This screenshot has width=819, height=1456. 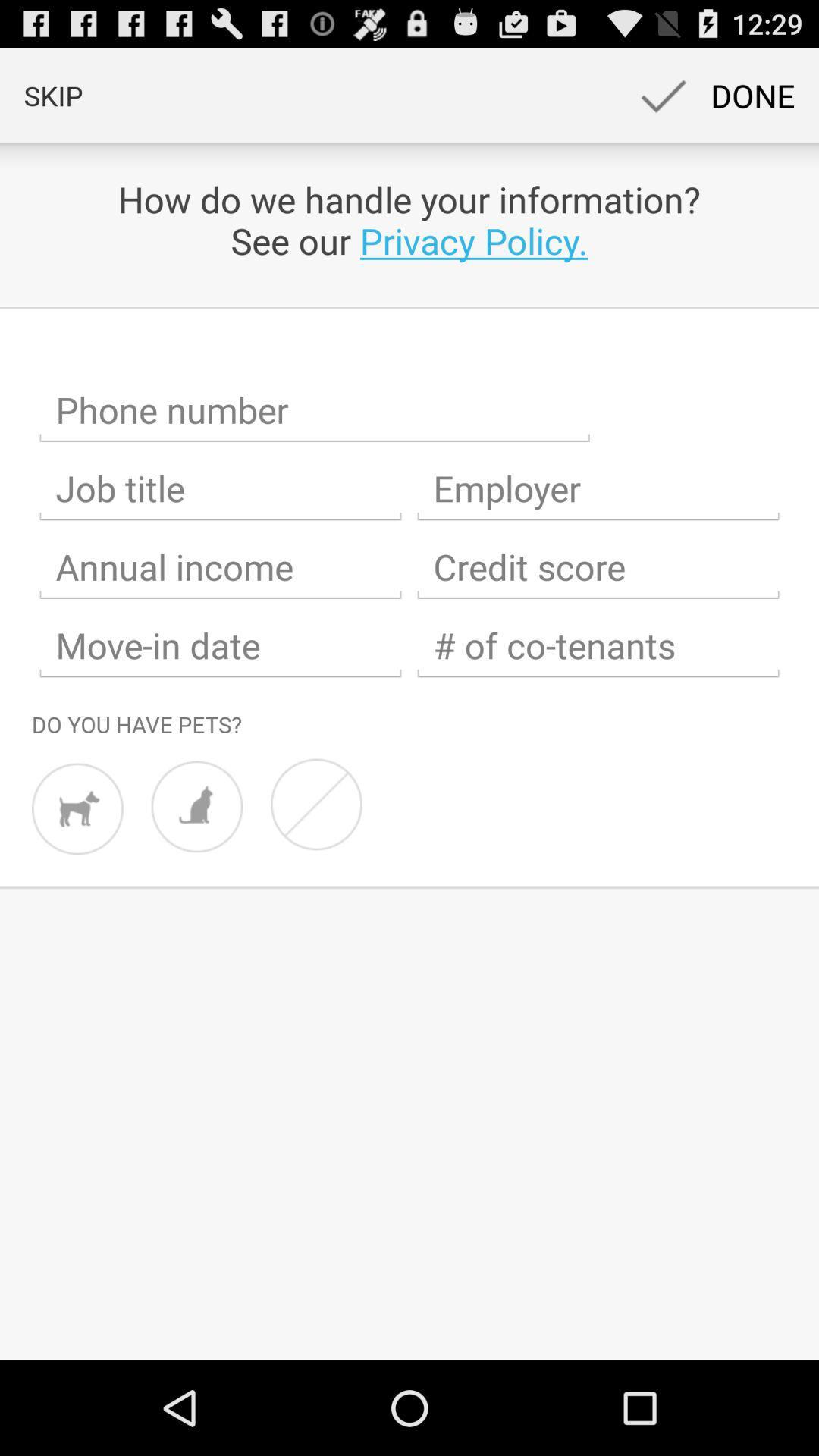 What do you see at coordinates (598, 488) in the screenshot?
I see `option` at bounding box center [598, 488].